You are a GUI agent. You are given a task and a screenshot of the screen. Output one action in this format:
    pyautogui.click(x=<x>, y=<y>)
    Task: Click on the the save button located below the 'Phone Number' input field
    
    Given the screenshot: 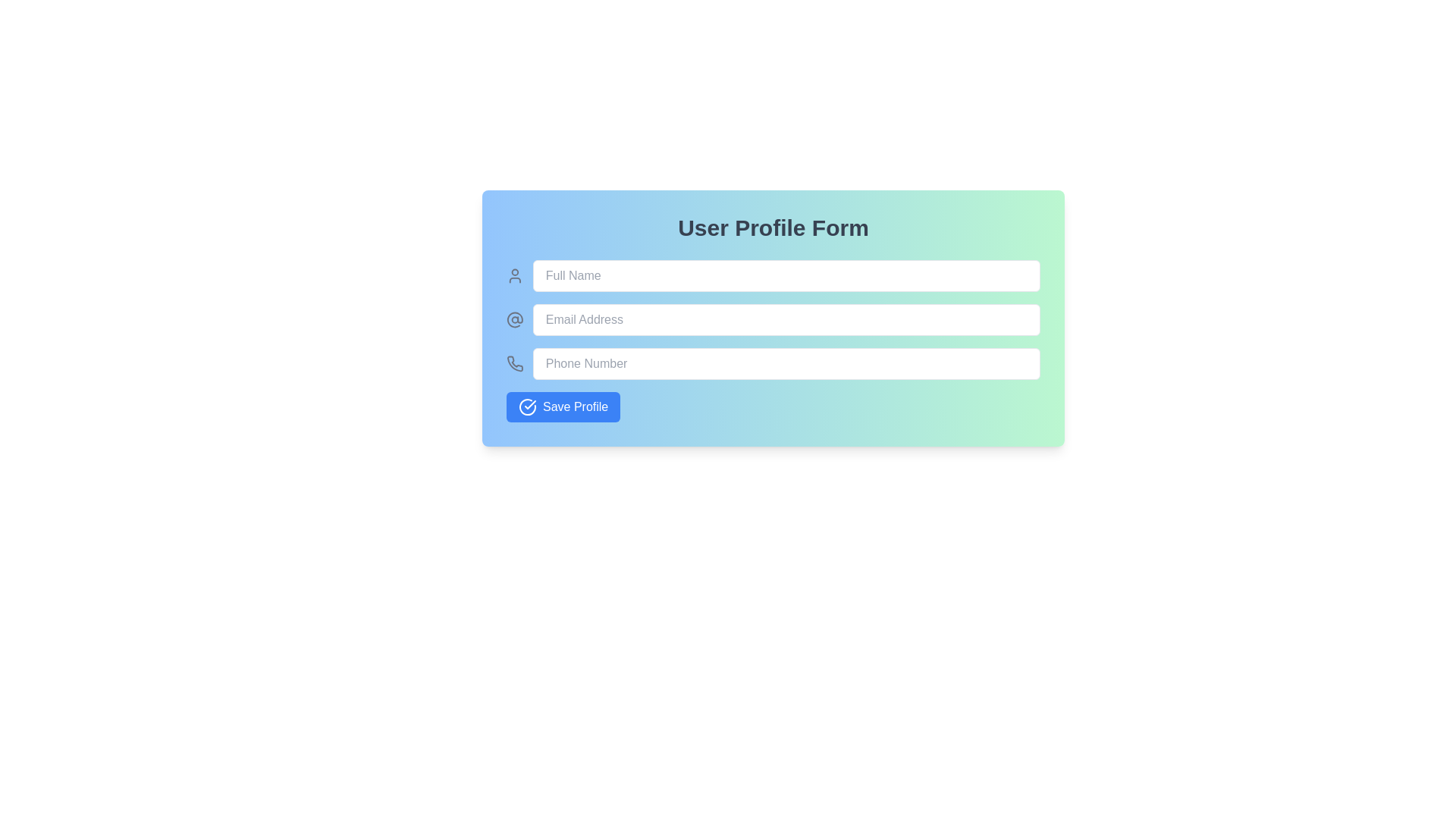 What is the action you would take?
    pyautogui.click(x=563, y=406)
    